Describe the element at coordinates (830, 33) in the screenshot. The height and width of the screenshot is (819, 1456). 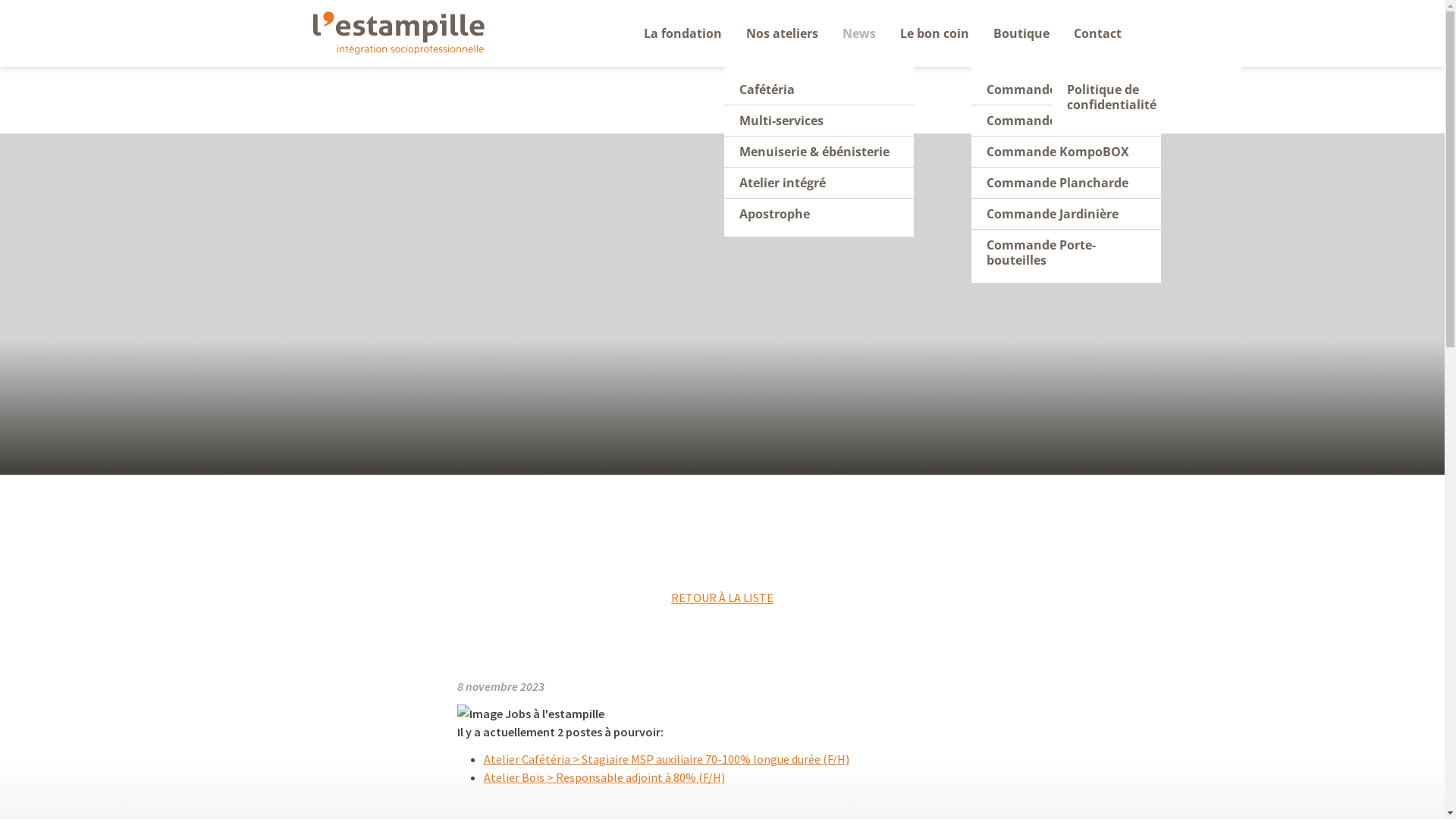
I see `'News'` at that location.